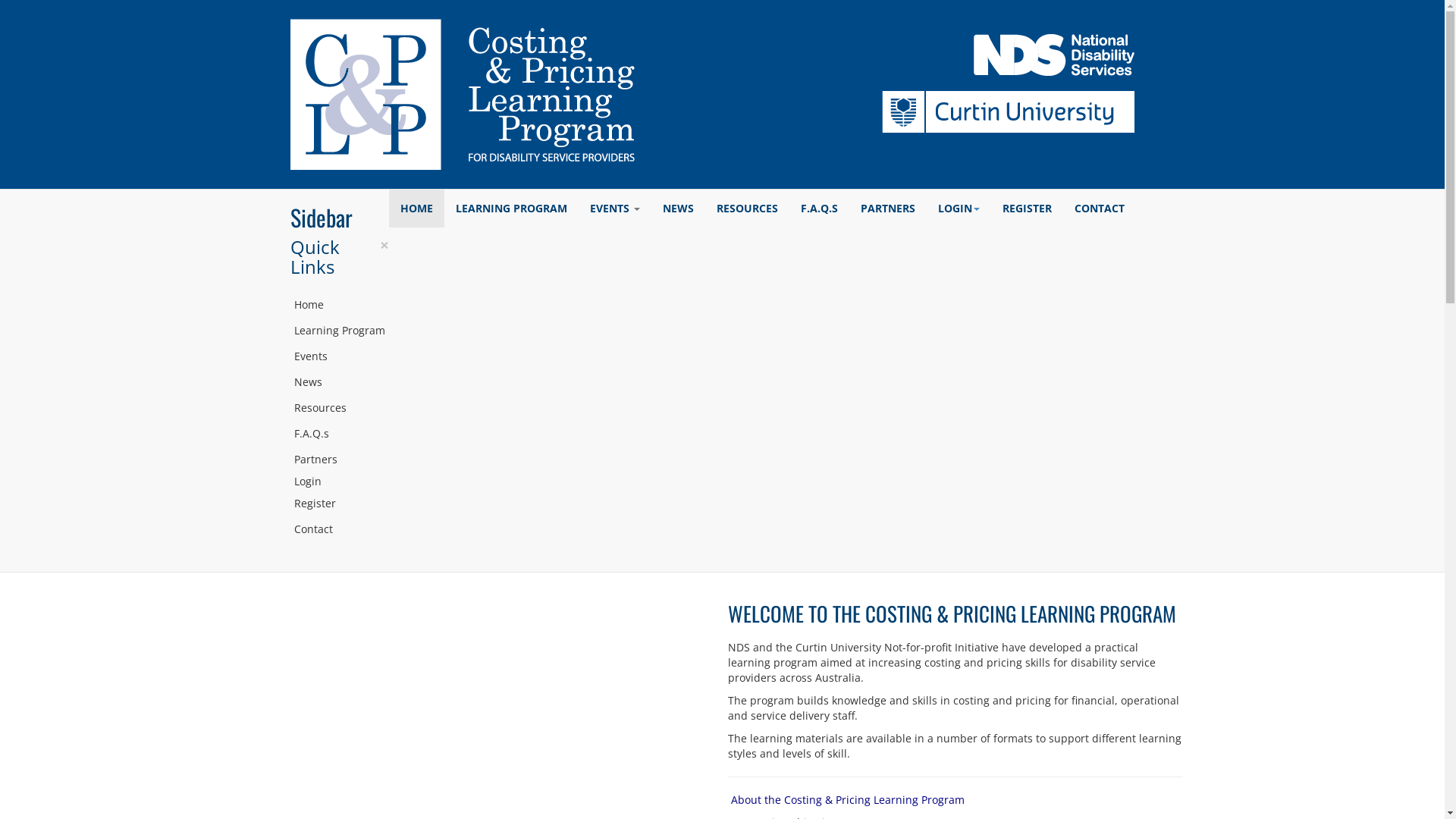 Image resolution: width=1456 pixels, height=819 pixels. Describe the element at coordinates (337, 433) in the screenshot. I see `'F.A.Q.s'` at that location.